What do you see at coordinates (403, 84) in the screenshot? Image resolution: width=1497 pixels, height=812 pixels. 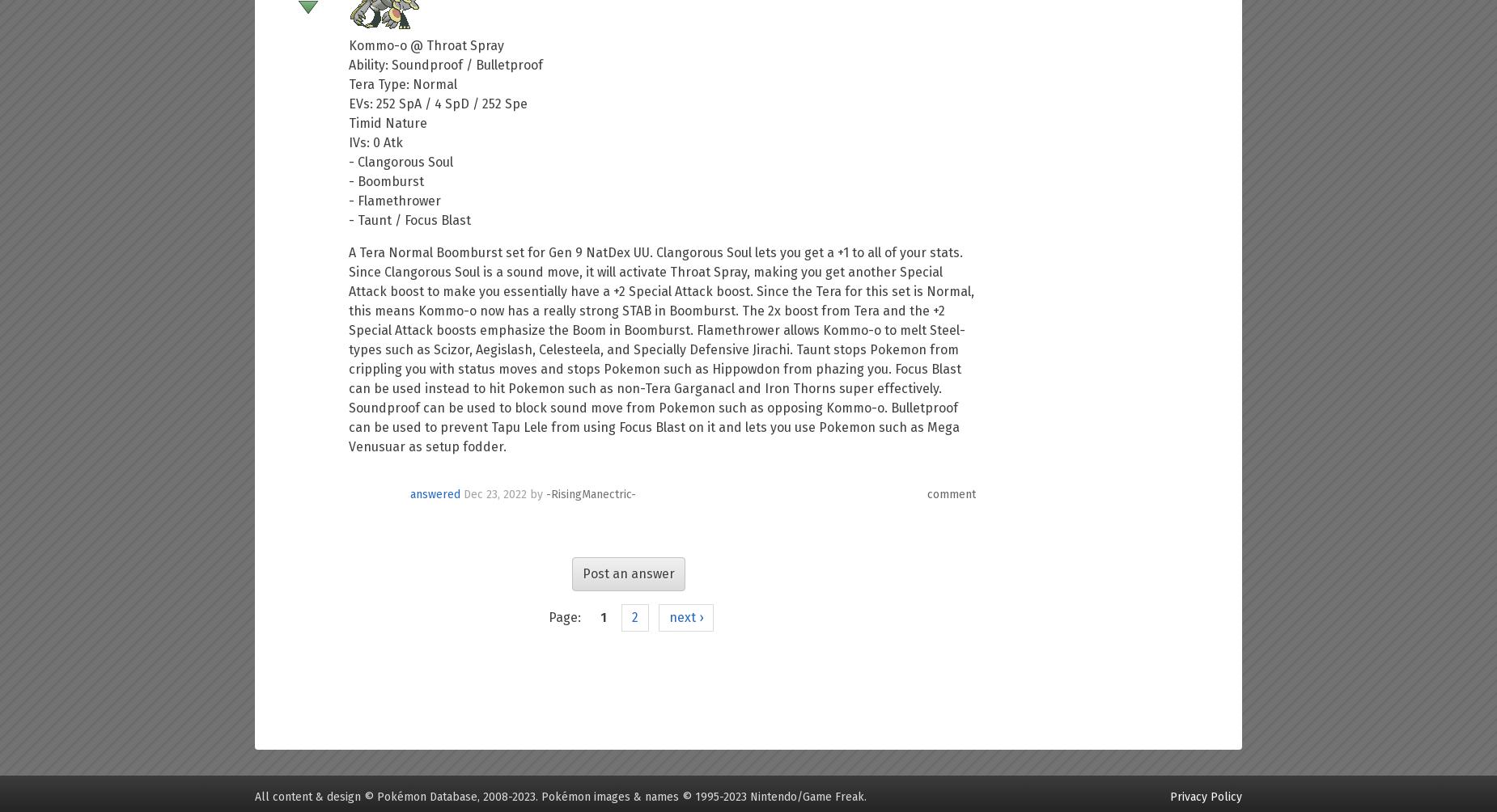 I see `'Tera Type: Normal'` at bounding box center [403, 84].